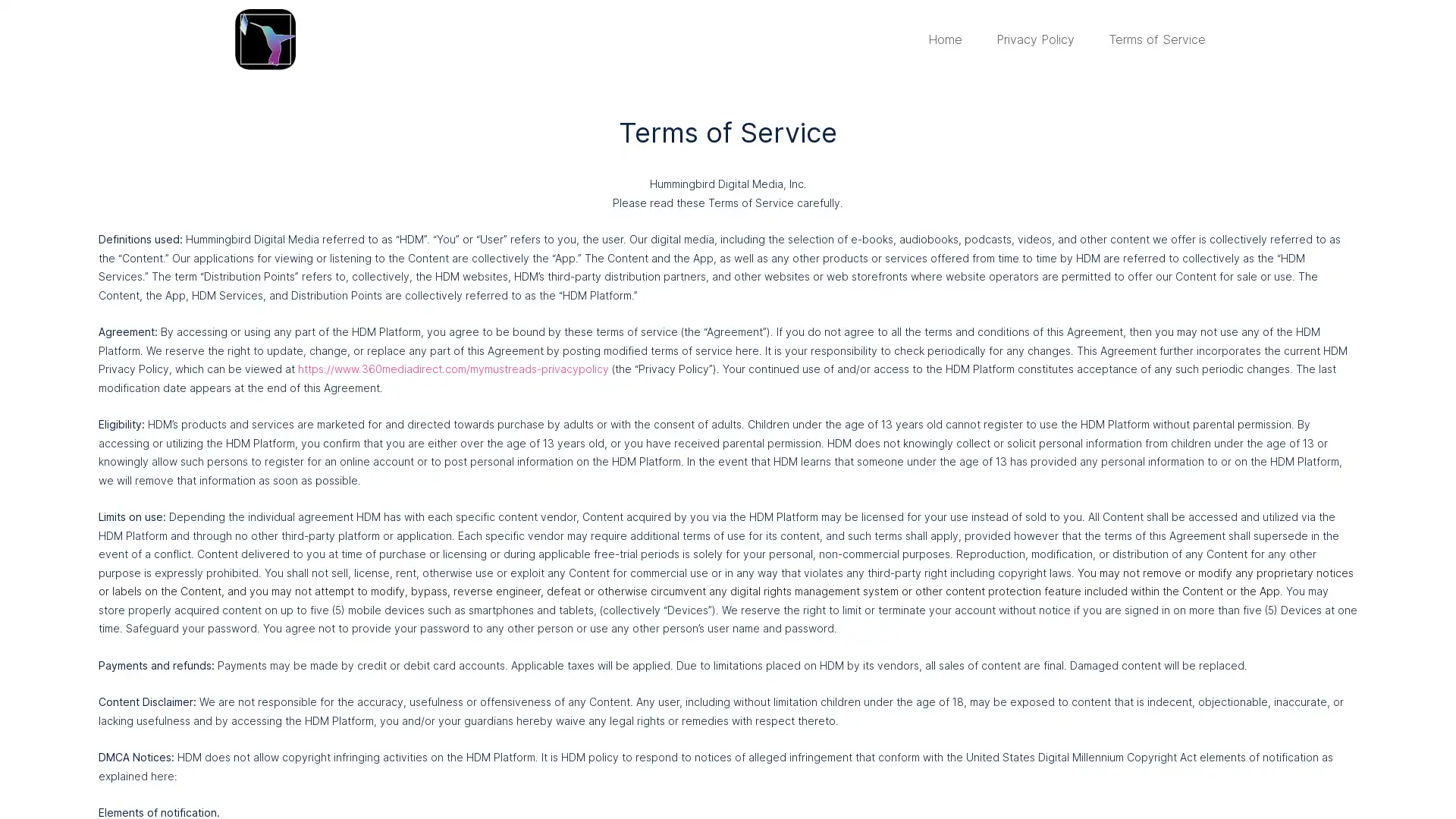  What do you see at coordinates (1169, 786) in the screenshot?
I see `Accept Cookies` at bounding box center [1169, 786].